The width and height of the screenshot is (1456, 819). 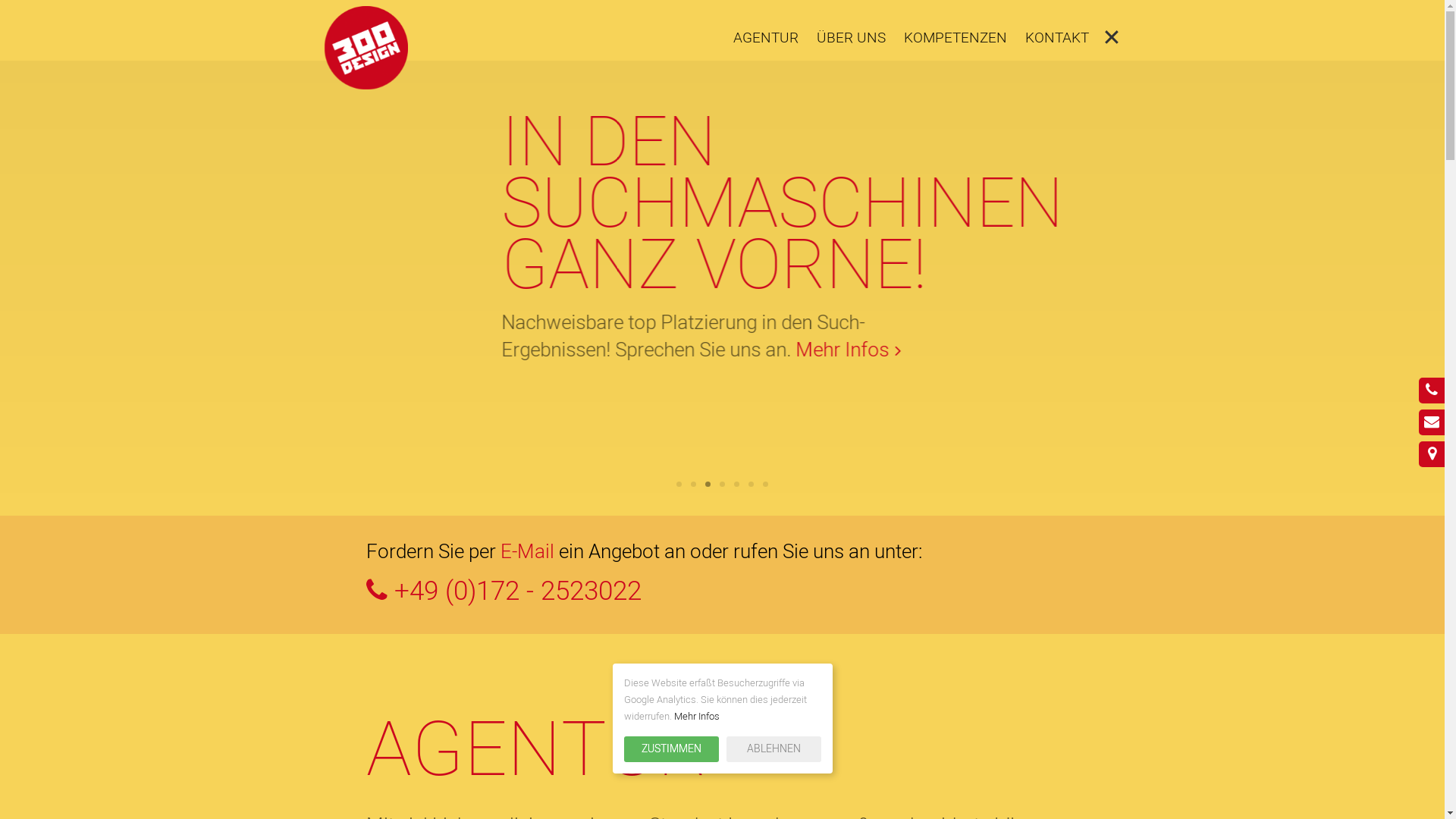 I want to click on '2', so click(x=690, y=484).